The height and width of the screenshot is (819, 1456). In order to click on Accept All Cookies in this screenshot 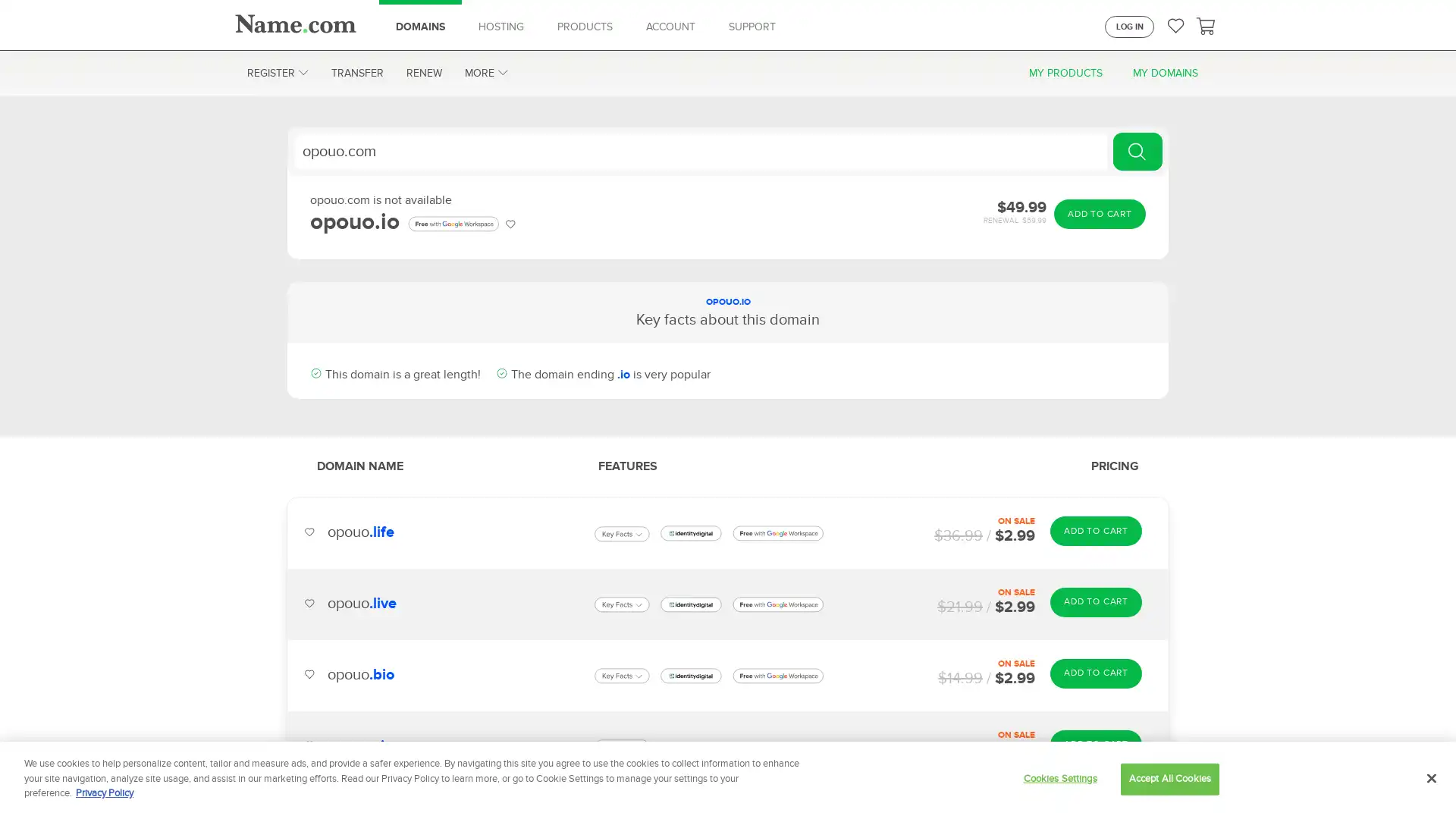, I will do `click(1169, 778)`.